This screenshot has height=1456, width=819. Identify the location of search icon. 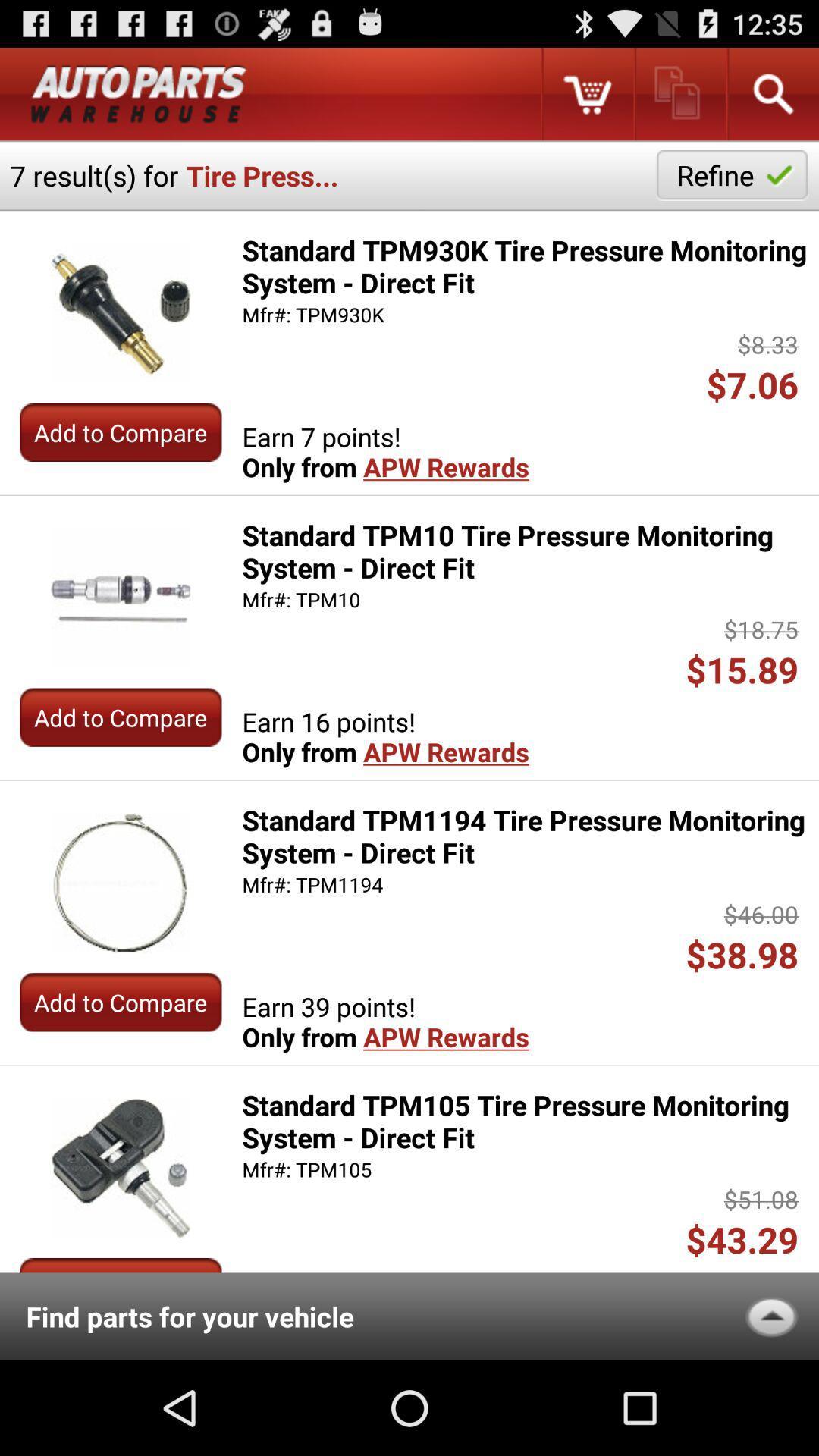
(772, 93).